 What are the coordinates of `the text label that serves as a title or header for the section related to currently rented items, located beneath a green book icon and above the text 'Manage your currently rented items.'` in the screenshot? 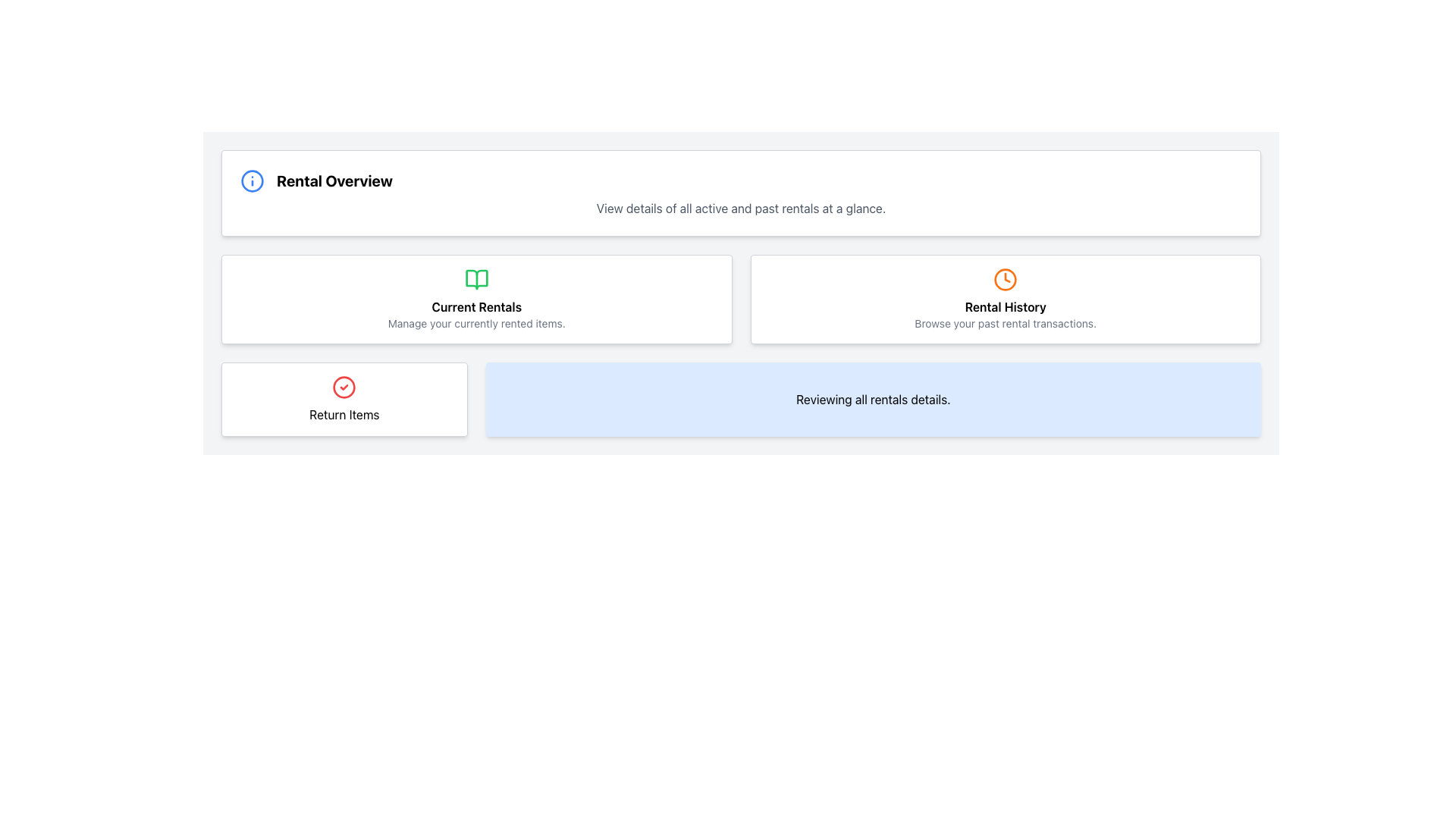 It's located at (475, 307).